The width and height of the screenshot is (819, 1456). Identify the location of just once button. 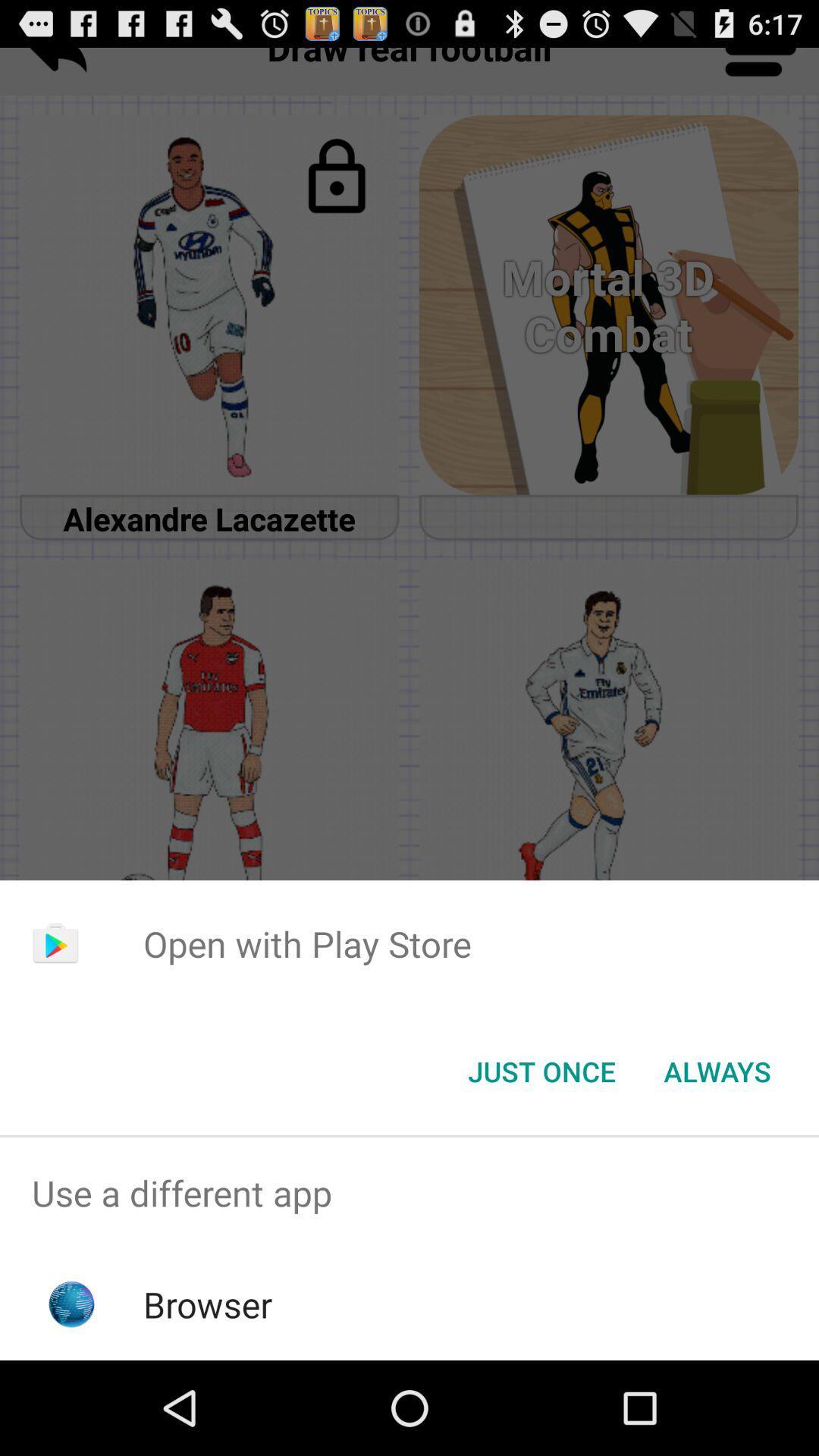
(541, 1070).